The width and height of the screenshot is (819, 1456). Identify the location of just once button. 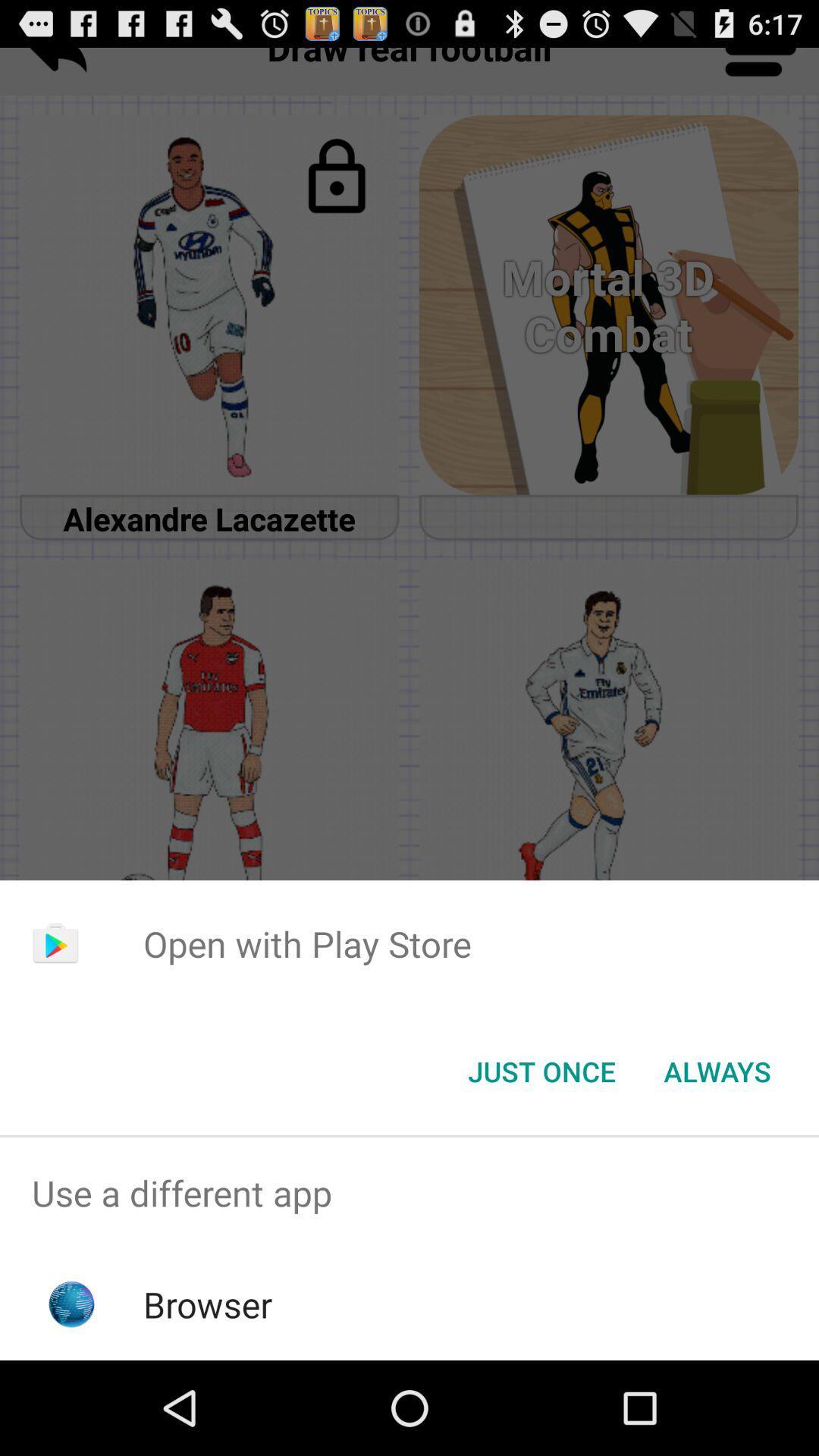
(541, 1070).